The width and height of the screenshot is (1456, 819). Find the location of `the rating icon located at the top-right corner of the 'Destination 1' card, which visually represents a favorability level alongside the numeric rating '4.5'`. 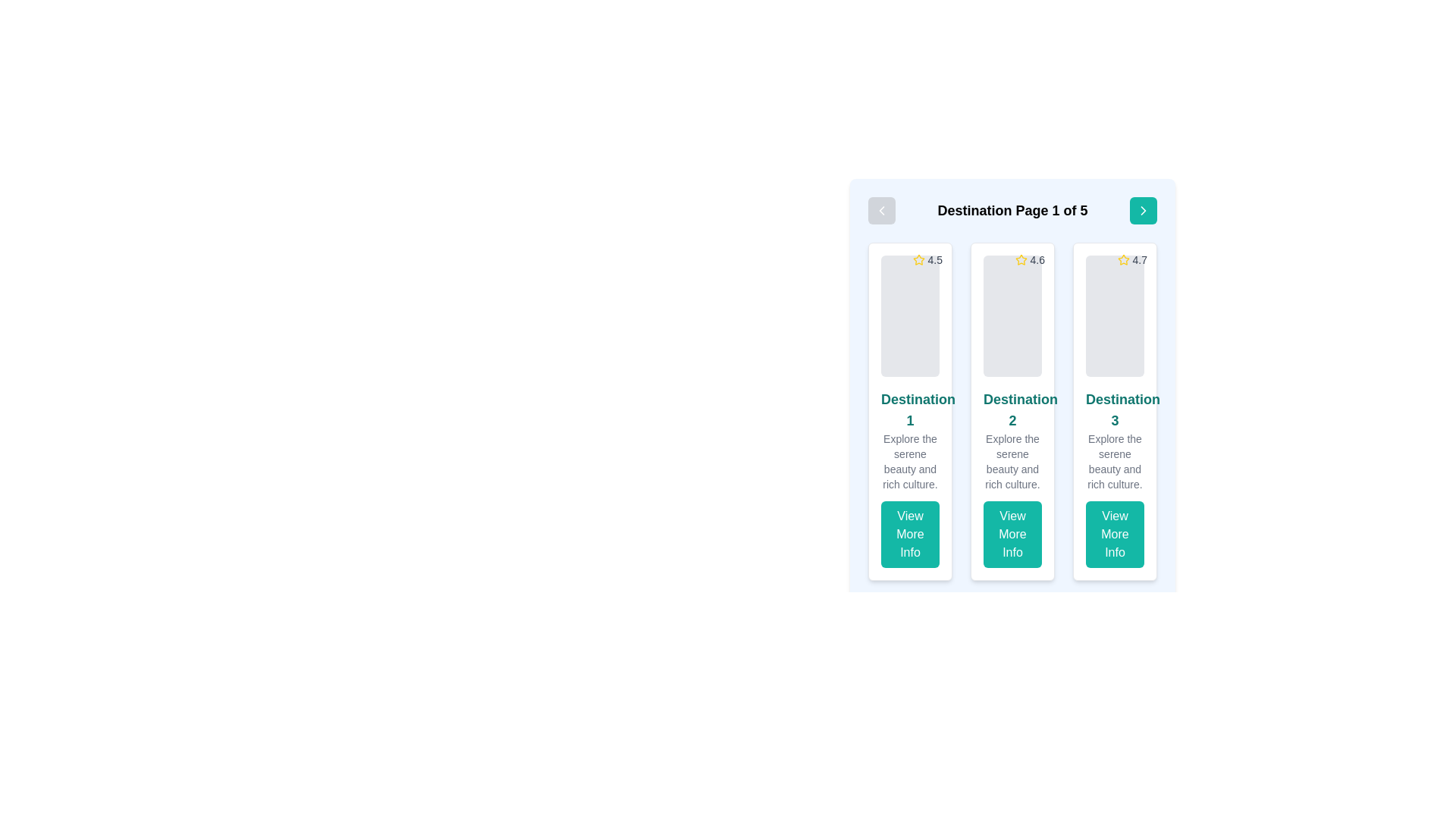

the rating icon located at the top-right corner of the 'Destination 1' card, which visually represents a favorability level alongside the numeric rating '4.5' is located at coordinates (918, 259).